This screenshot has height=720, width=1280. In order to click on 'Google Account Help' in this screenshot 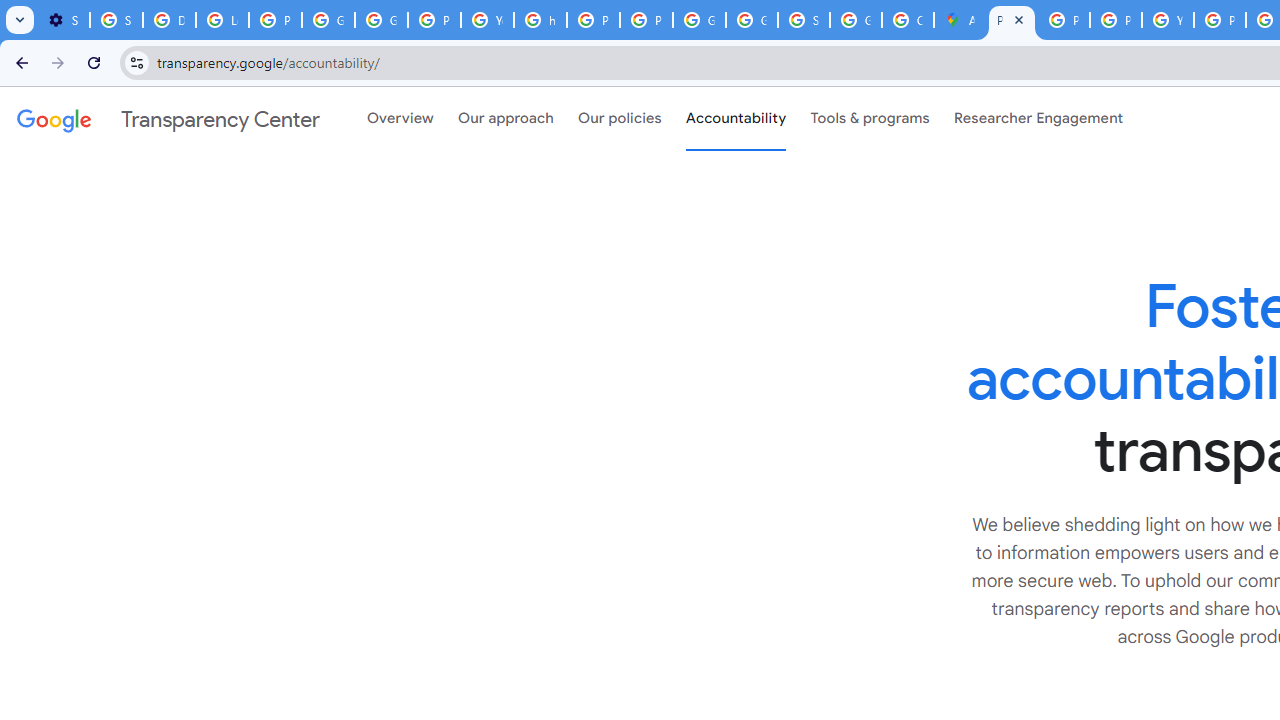, I will do `click(328, 20)`.